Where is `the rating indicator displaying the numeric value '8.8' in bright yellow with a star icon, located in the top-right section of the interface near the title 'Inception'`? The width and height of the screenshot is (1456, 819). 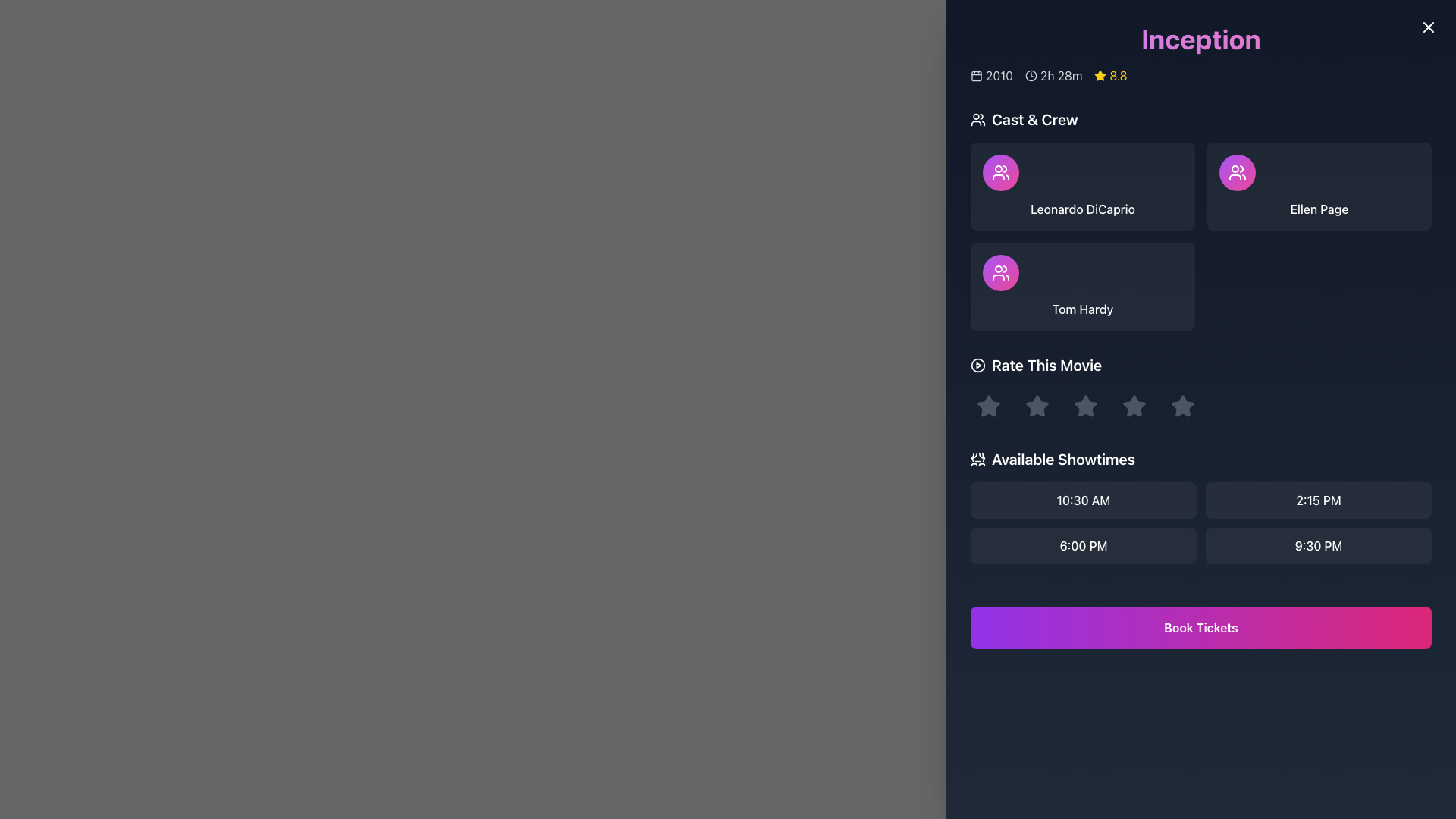
the rating indicator displaying the numeric value '8.8' in bright yellow with a star icon, located in the top-right section of the interface near the title 'Inception' is located at coordinates (1111, 76).